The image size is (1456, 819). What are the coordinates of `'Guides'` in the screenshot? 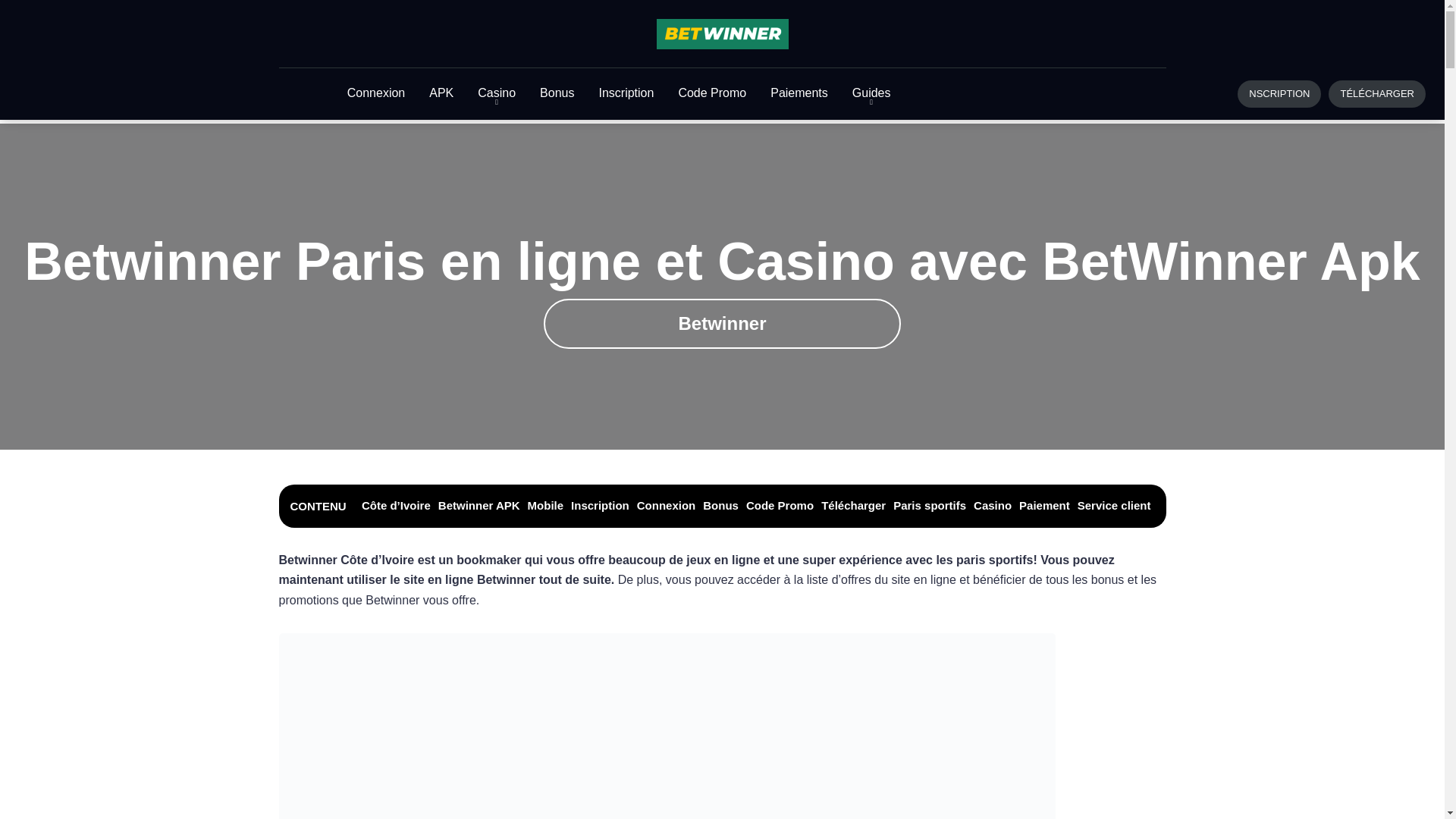 It's located at (871, 93).